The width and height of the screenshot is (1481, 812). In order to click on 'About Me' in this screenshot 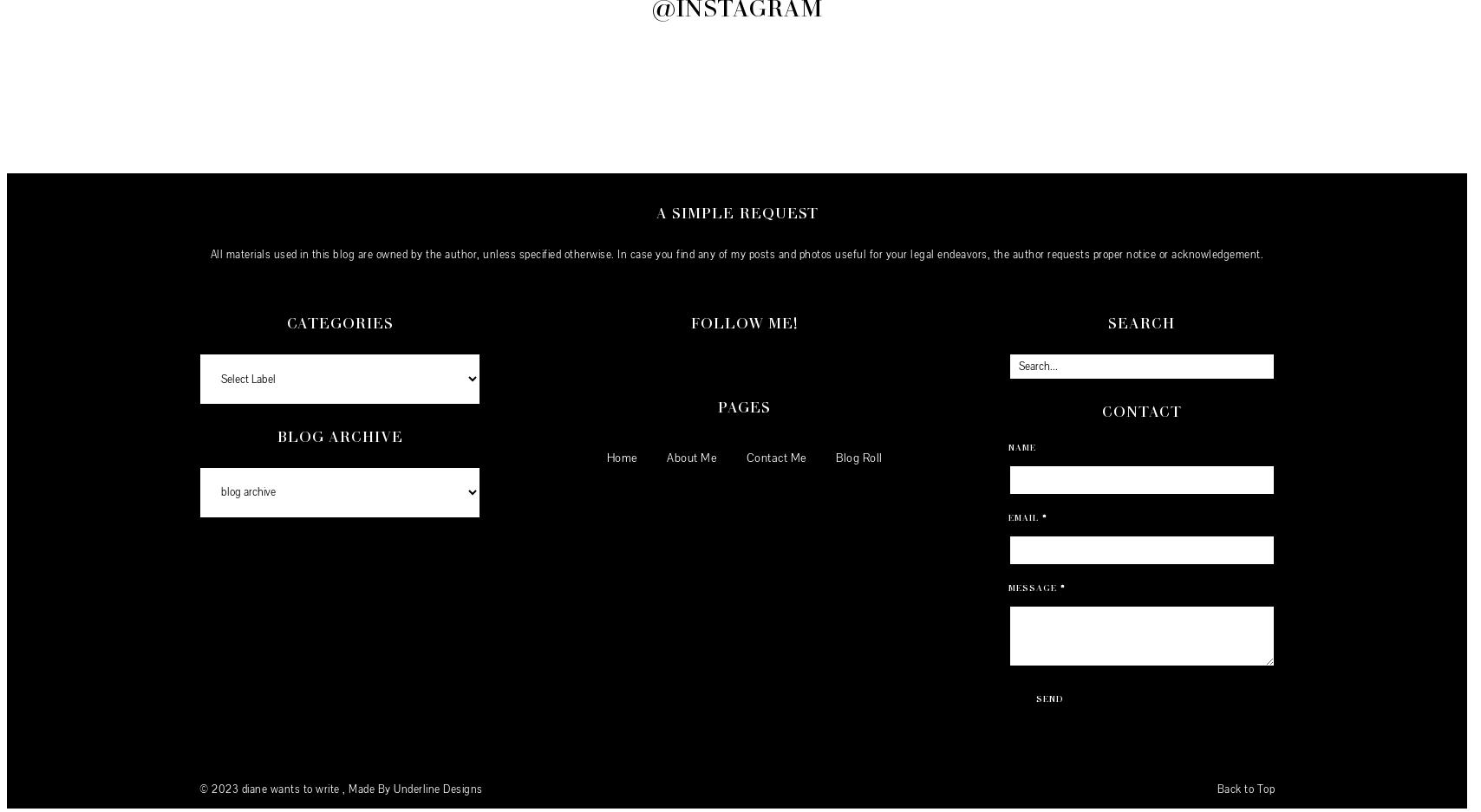, I will do `click(691, 456)`.